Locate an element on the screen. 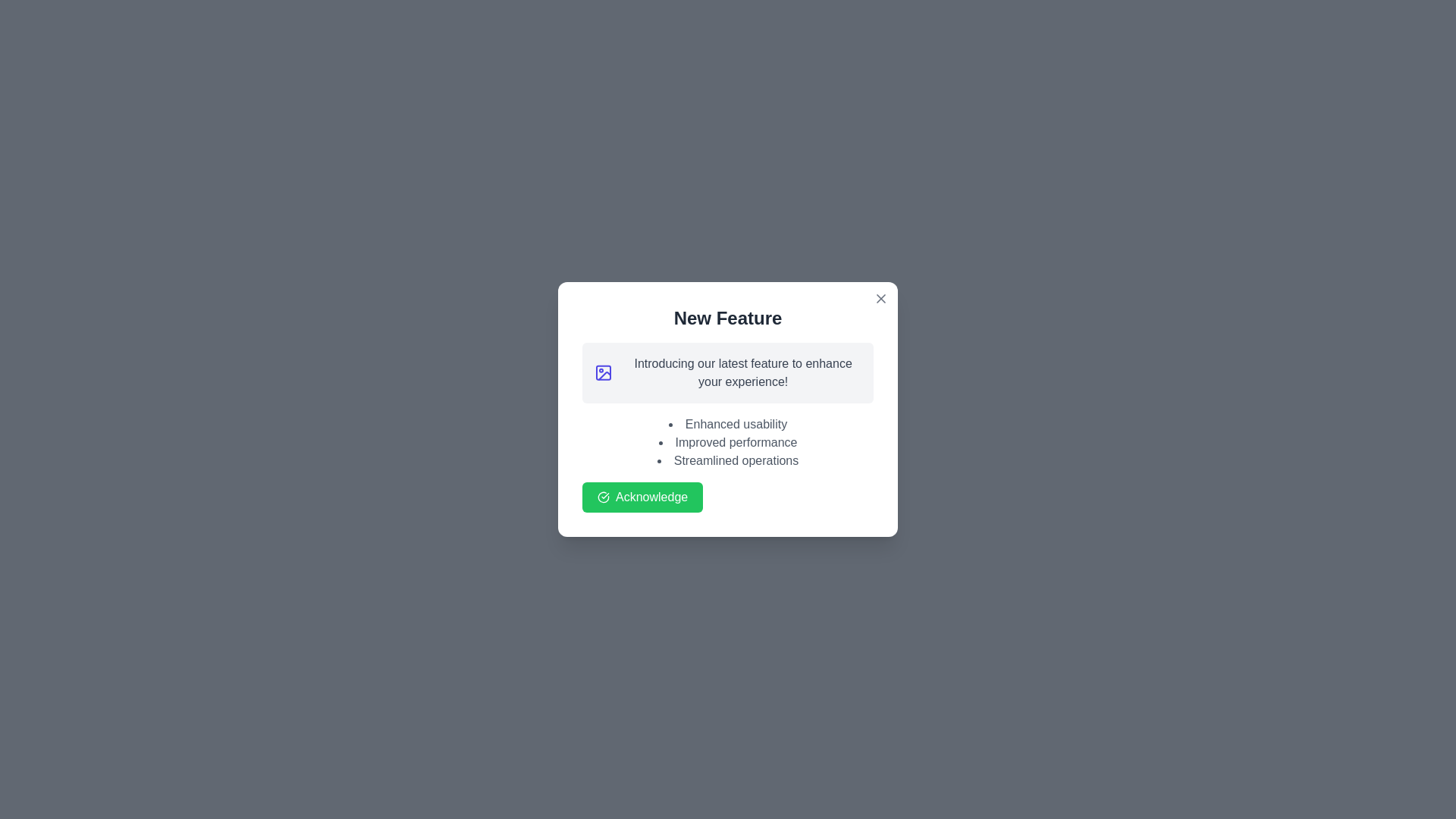 This screenshot has height=819, width=1456. the 'X' close button icon located at the top-right corner of the modal dialog is located at coordinates (880, 298).